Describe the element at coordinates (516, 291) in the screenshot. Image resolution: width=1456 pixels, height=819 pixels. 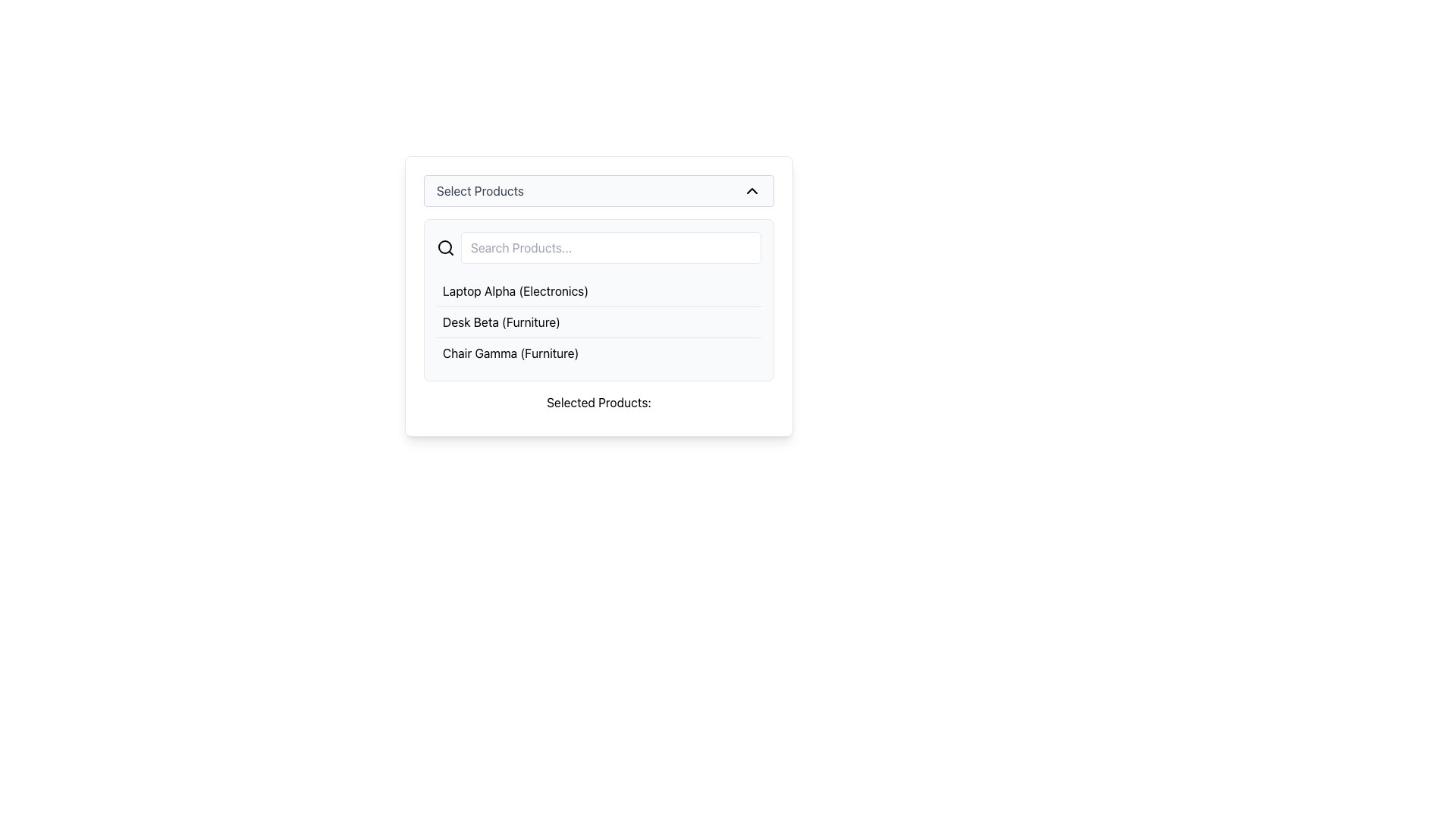
I see `the first selectable text item in the dropdown menu located beneath the search bar` at that location.